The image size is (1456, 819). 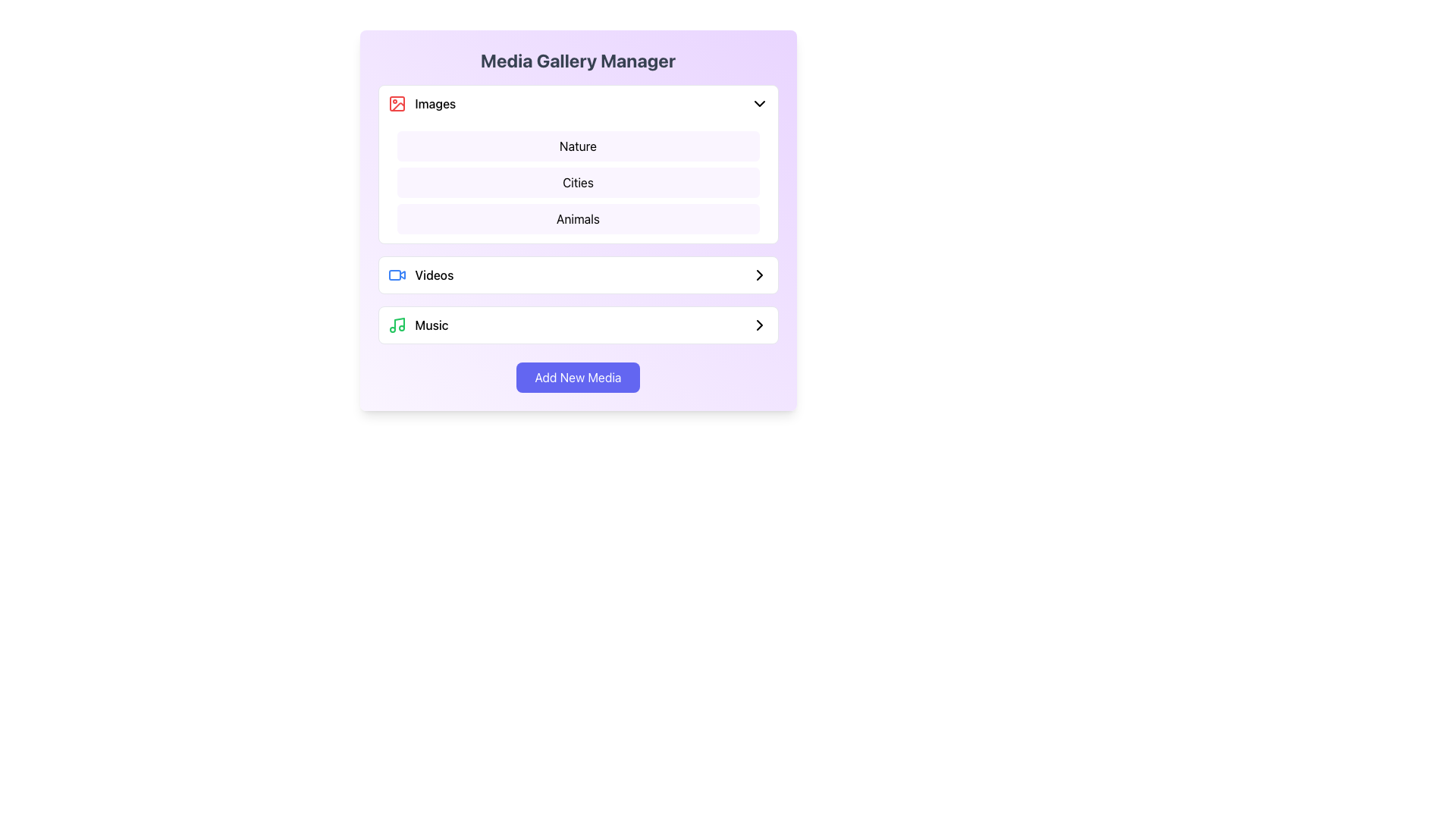 I want to click on the 'Music' navigation button located below the 'Videos' section, so click(x=577, y=324).